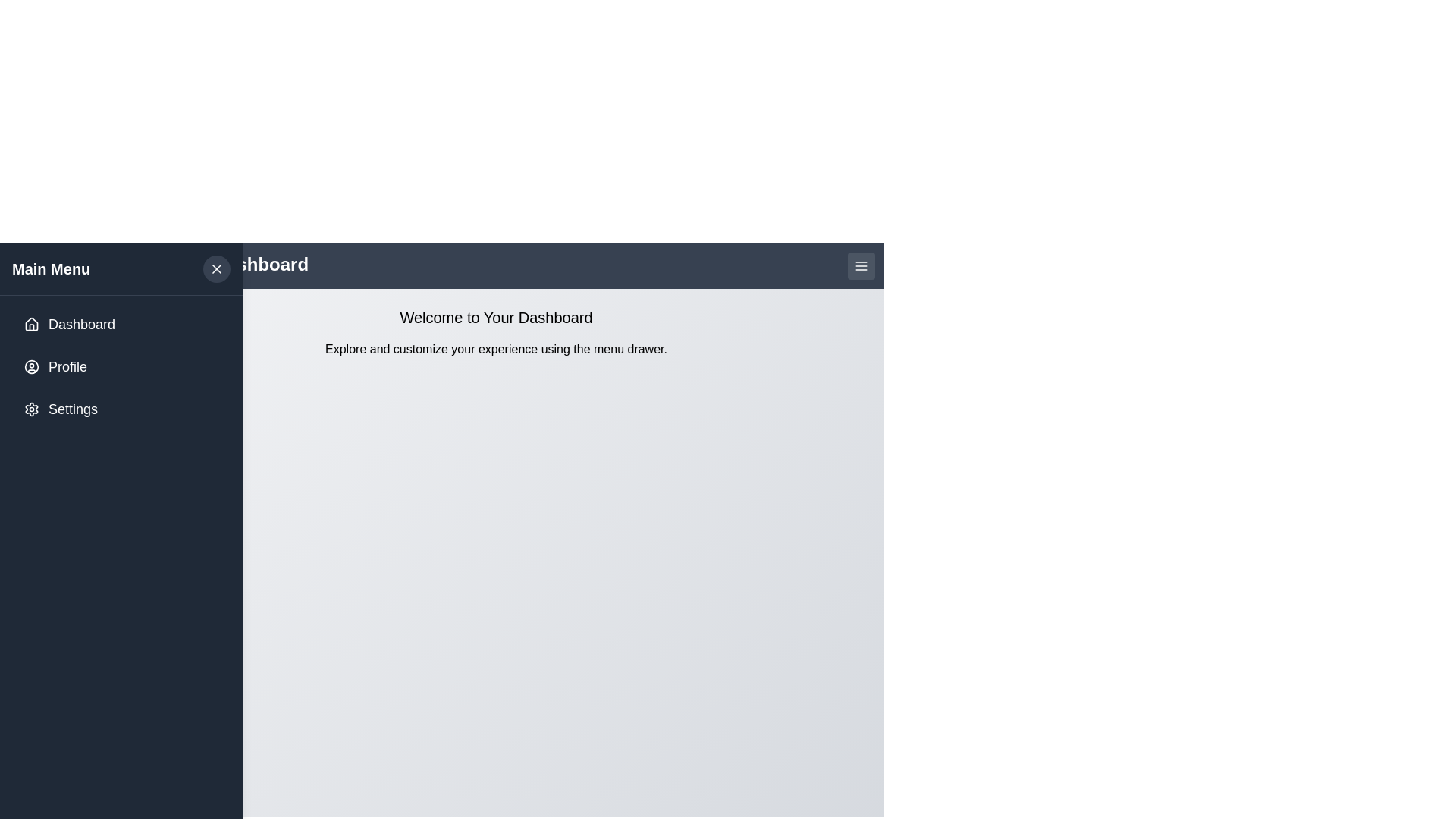  I want to click on the 'Dashboard' button located at the top of the sidebar menu to change its background color, so click(120, 324).